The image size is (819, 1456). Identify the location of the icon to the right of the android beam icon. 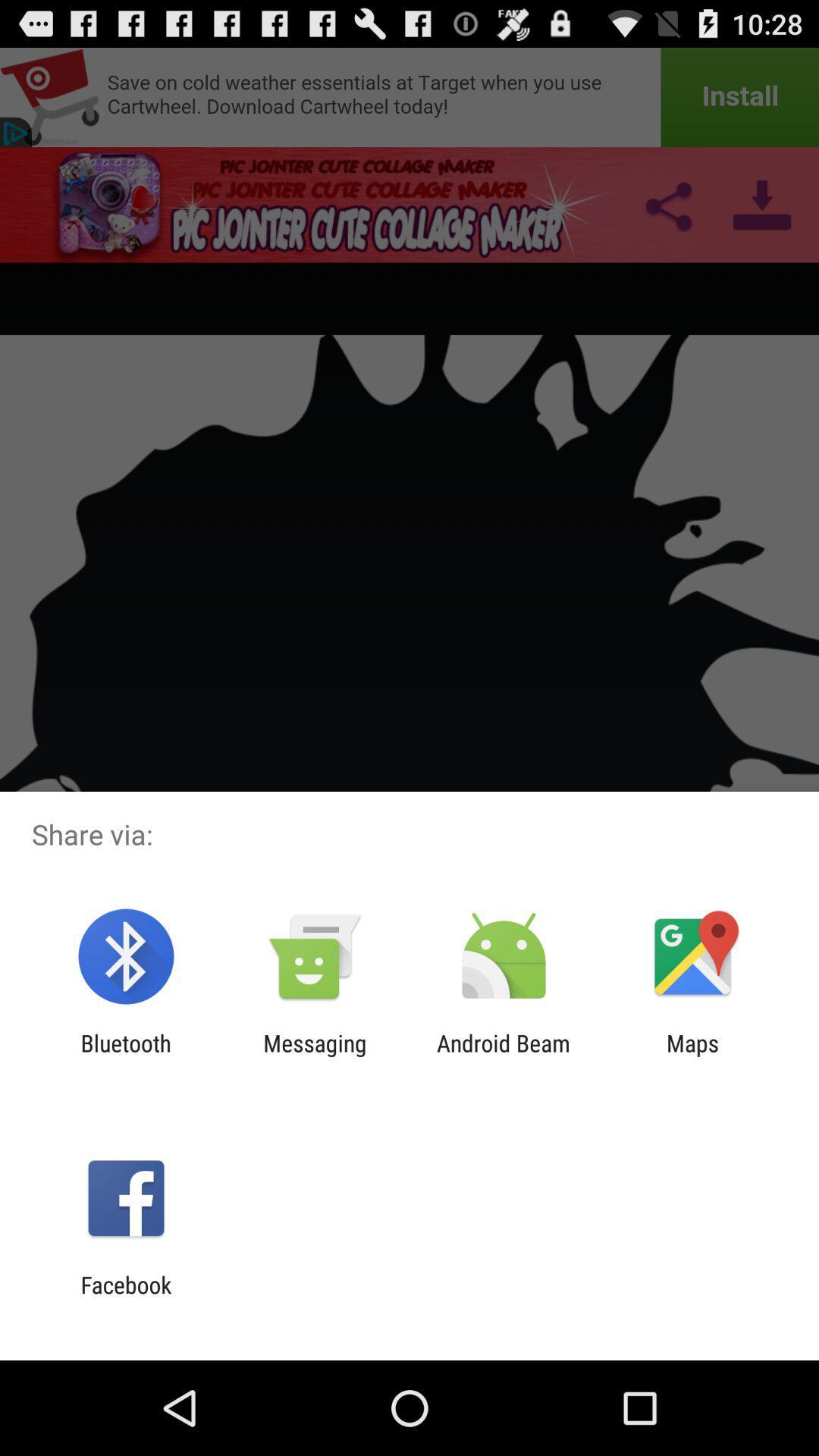
(692, 1056).